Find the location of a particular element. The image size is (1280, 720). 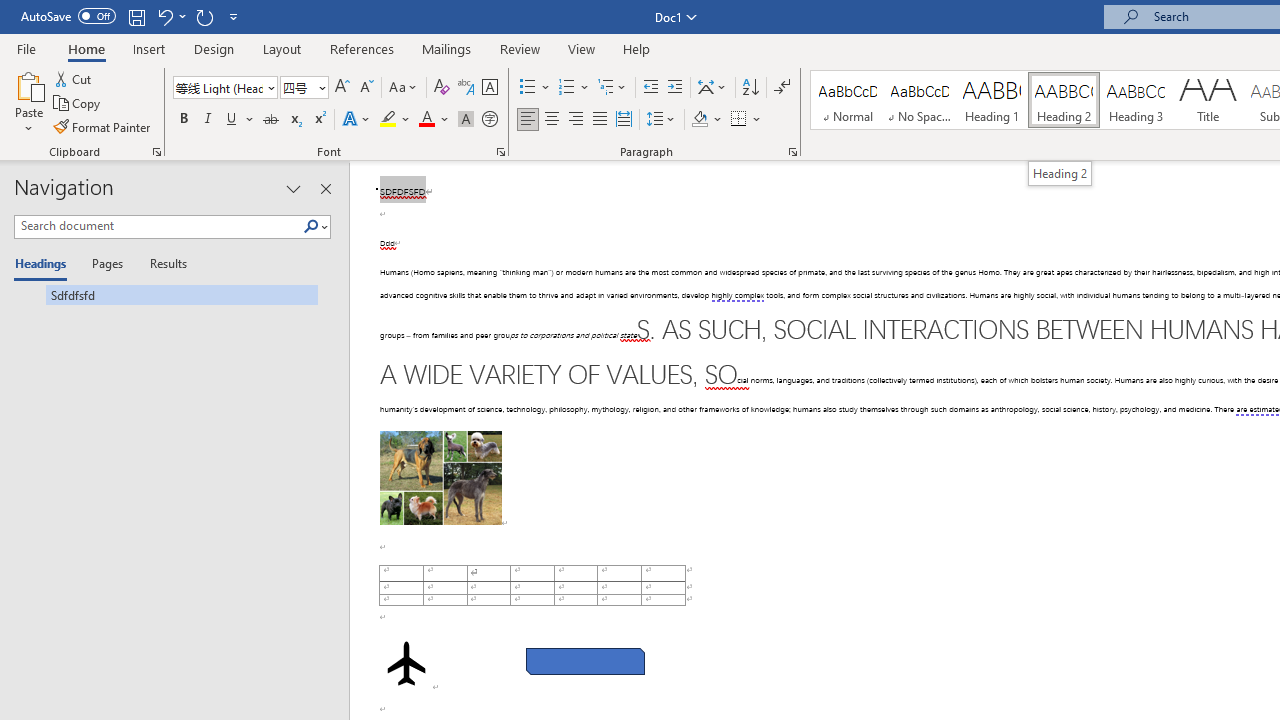

'Bold' is located at coordinates (183, 119).